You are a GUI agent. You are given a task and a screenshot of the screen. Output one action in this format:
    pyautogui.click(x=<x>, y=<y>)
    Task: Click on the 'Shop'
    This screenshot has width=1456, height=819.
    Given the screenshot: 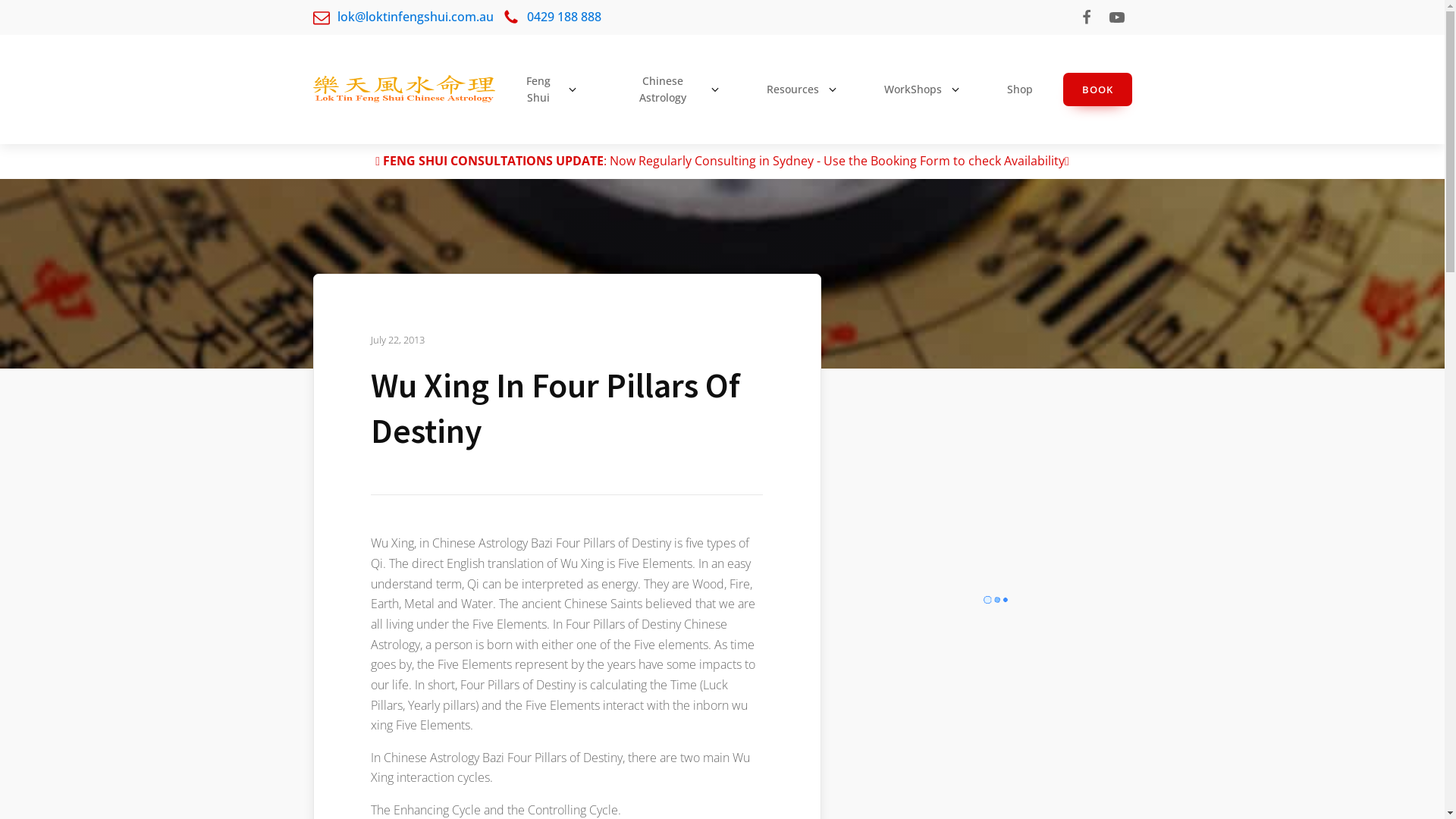 What is the action you would take?
    pyautogui.click(x=1023, y=89)
    